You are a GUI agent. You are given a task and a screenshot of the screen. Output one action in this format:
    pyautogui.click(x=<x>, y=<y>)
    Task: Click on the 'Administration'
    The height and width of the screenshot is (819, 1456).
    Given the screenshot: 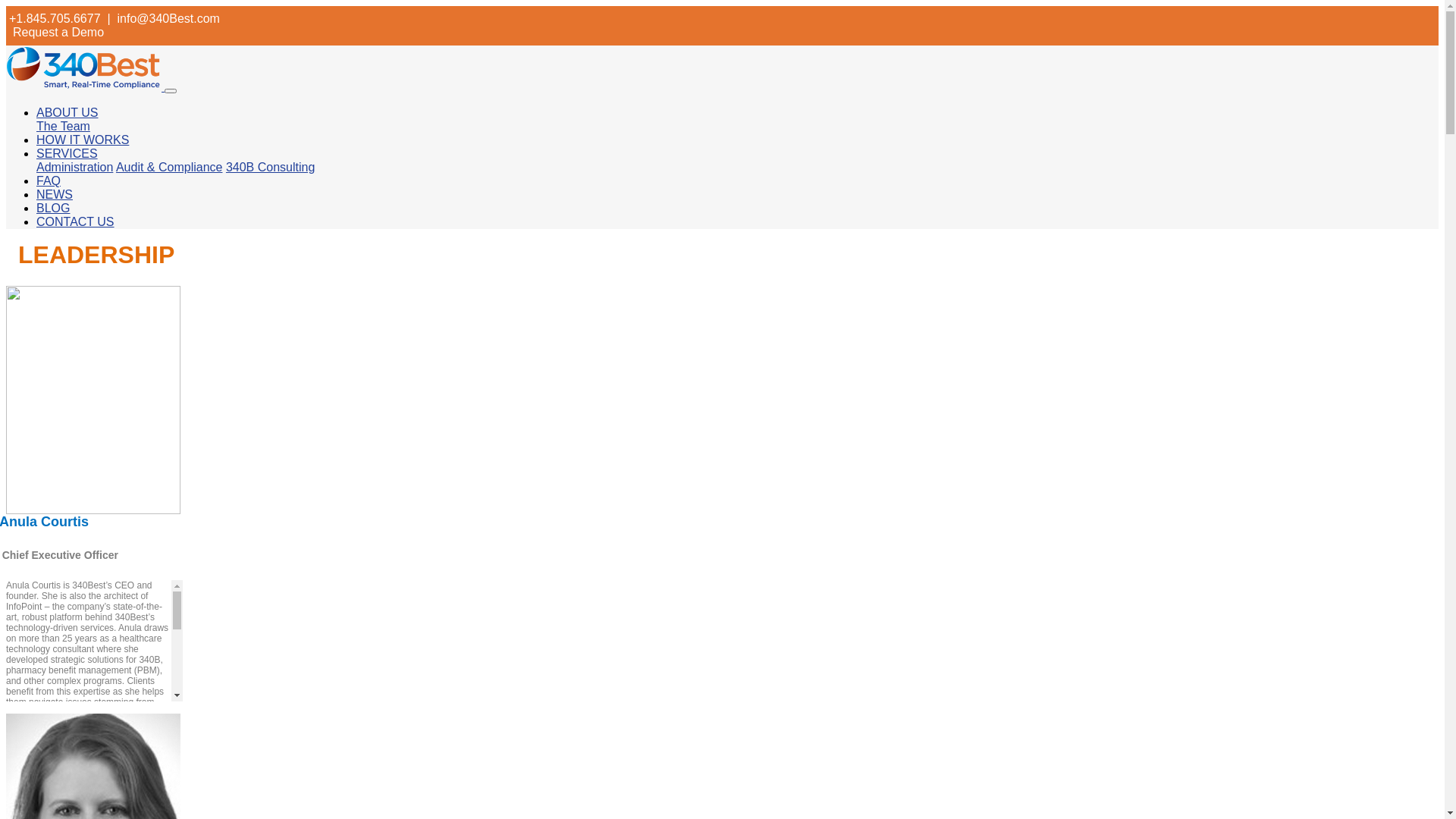 What is the action you would take?
    pyautogui.click(x=74, y=167)
    